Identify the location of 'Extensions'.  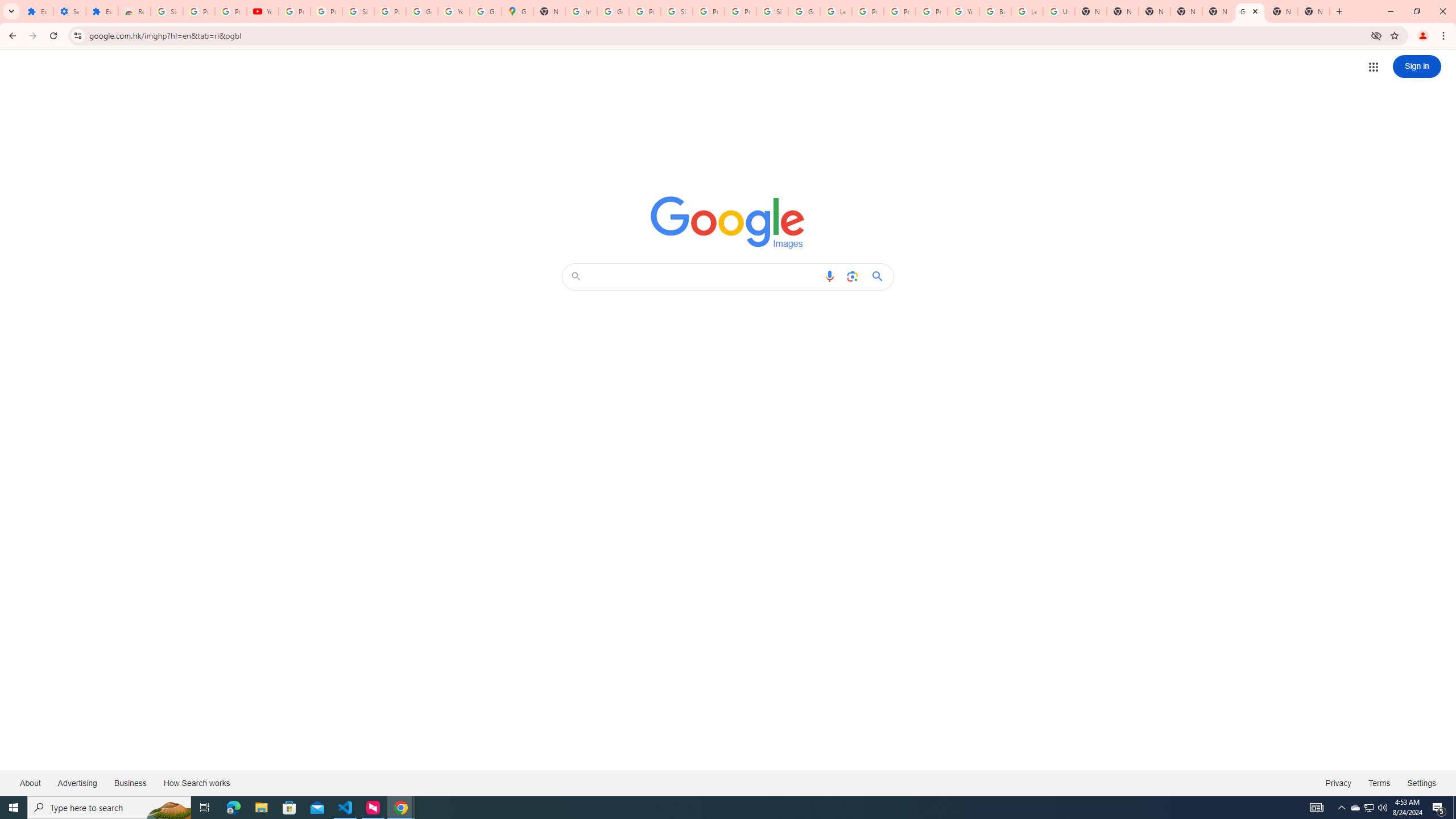
(102, 11).